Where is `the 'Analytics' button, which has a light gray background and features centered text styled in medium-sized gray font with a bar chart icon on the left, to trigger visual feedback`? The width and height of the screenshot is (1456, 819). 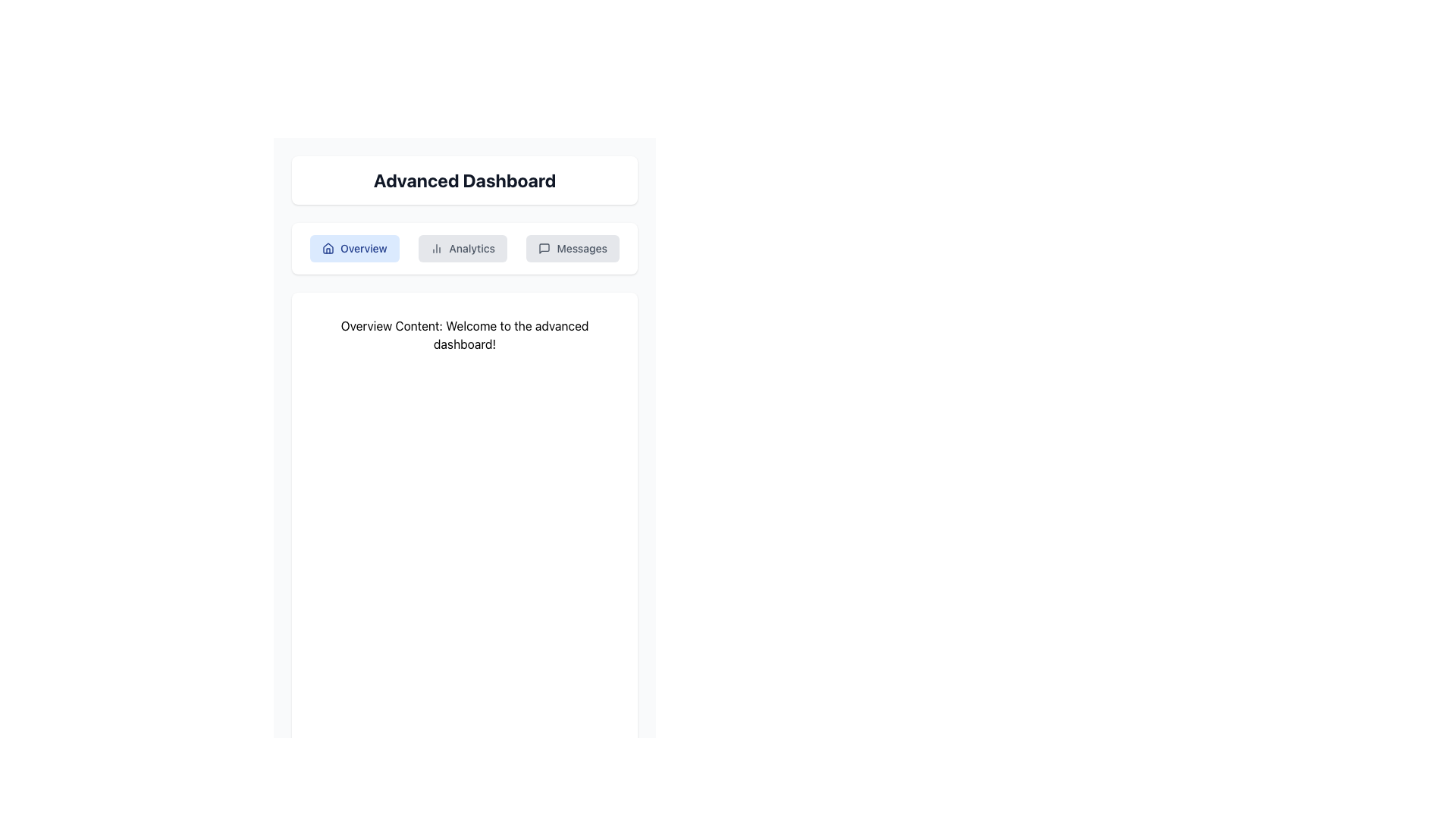
the 'Analytics' button, which has a light gray background and features centered text styled in medium-sized gray font with a bar chart icon on the left, to trigger visual feedback is located at coordinates (464, 247).